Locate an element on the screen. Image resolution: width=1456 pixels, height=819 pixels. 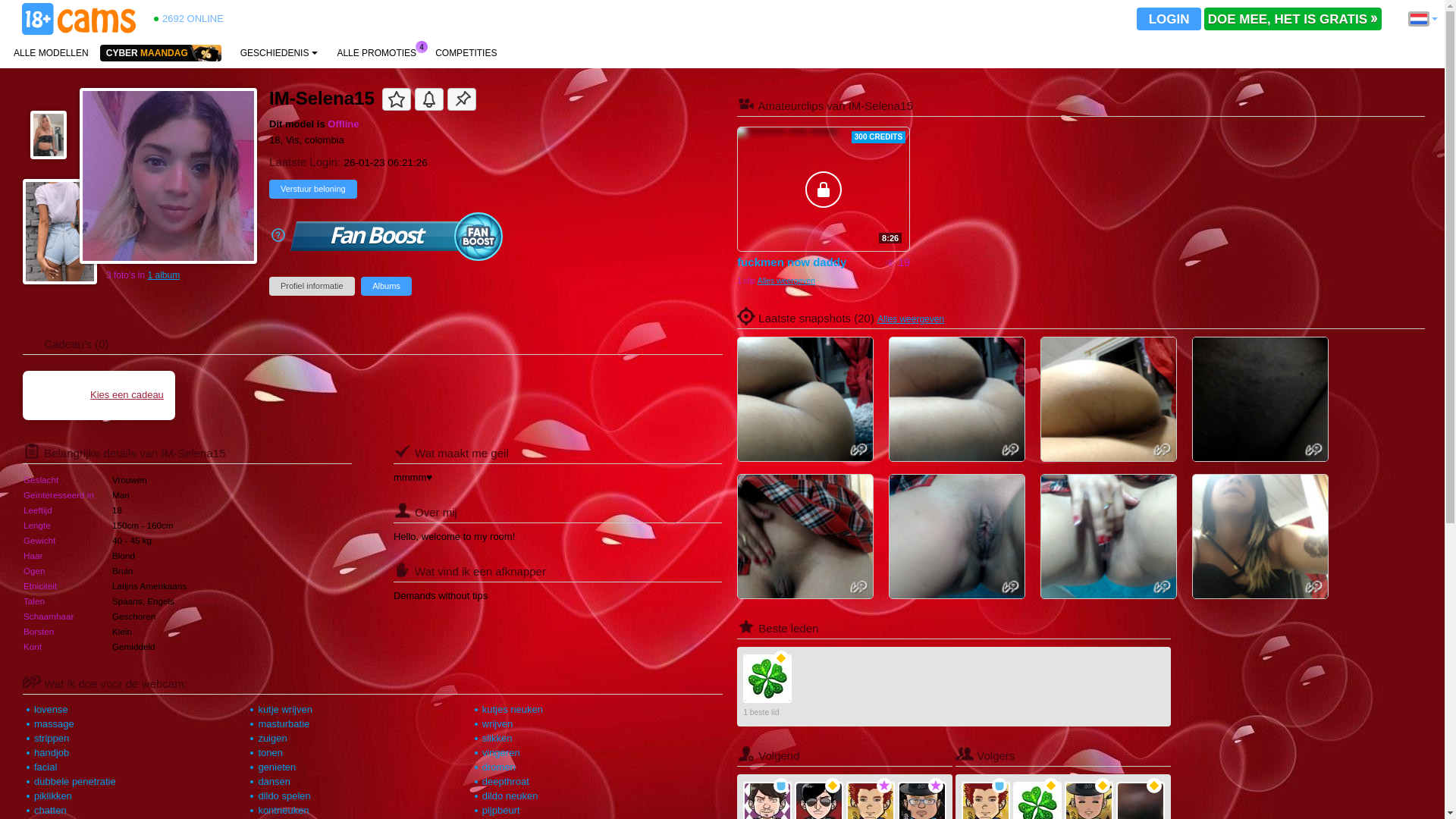
'Kies een cadeau' is located at coordinates (98, 394).